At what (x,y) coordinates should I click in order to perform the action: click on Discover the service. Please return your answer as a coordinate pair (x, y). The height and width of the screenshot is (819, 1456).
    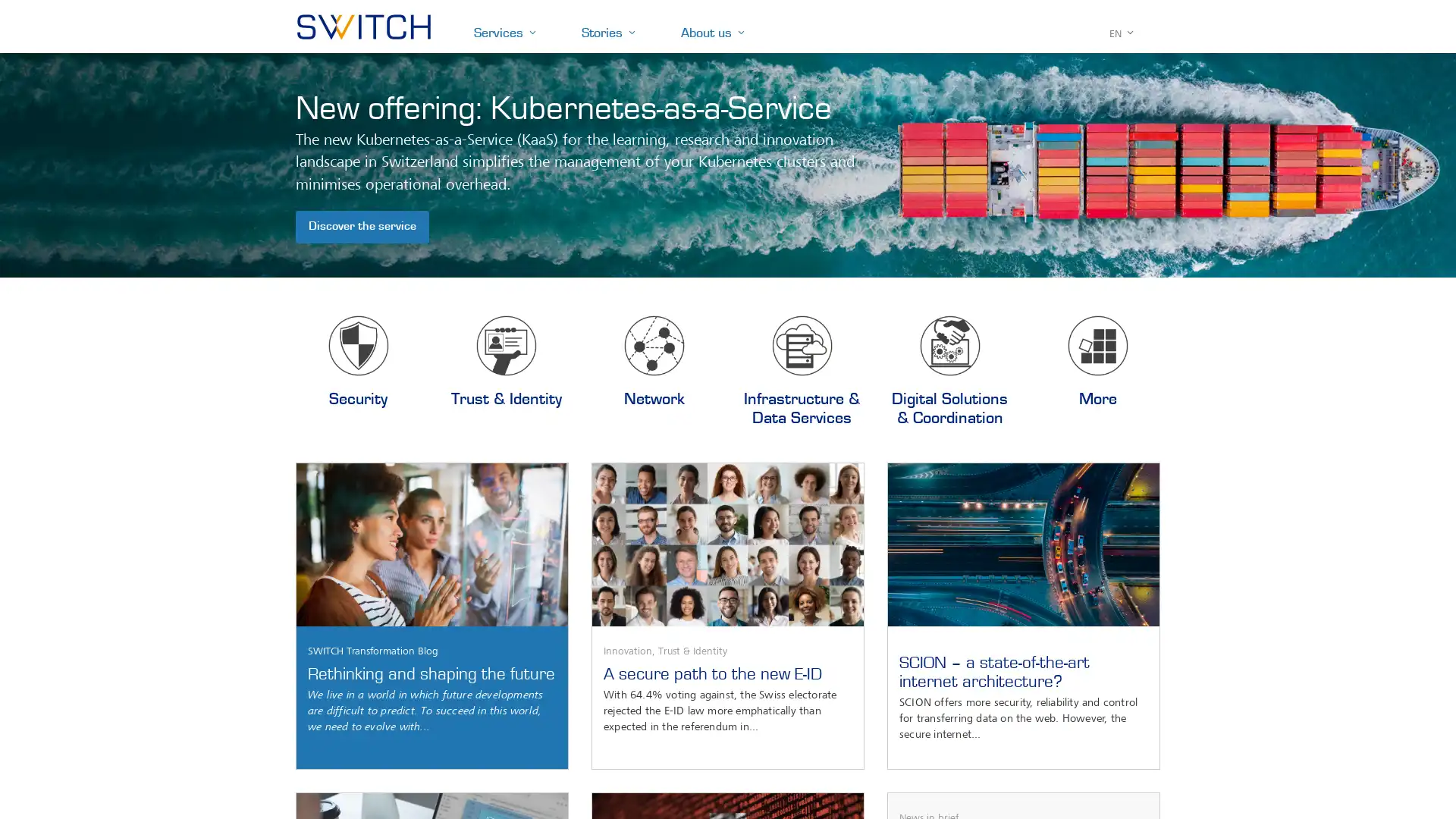
    Looking at the image, I should click on (362, 227).